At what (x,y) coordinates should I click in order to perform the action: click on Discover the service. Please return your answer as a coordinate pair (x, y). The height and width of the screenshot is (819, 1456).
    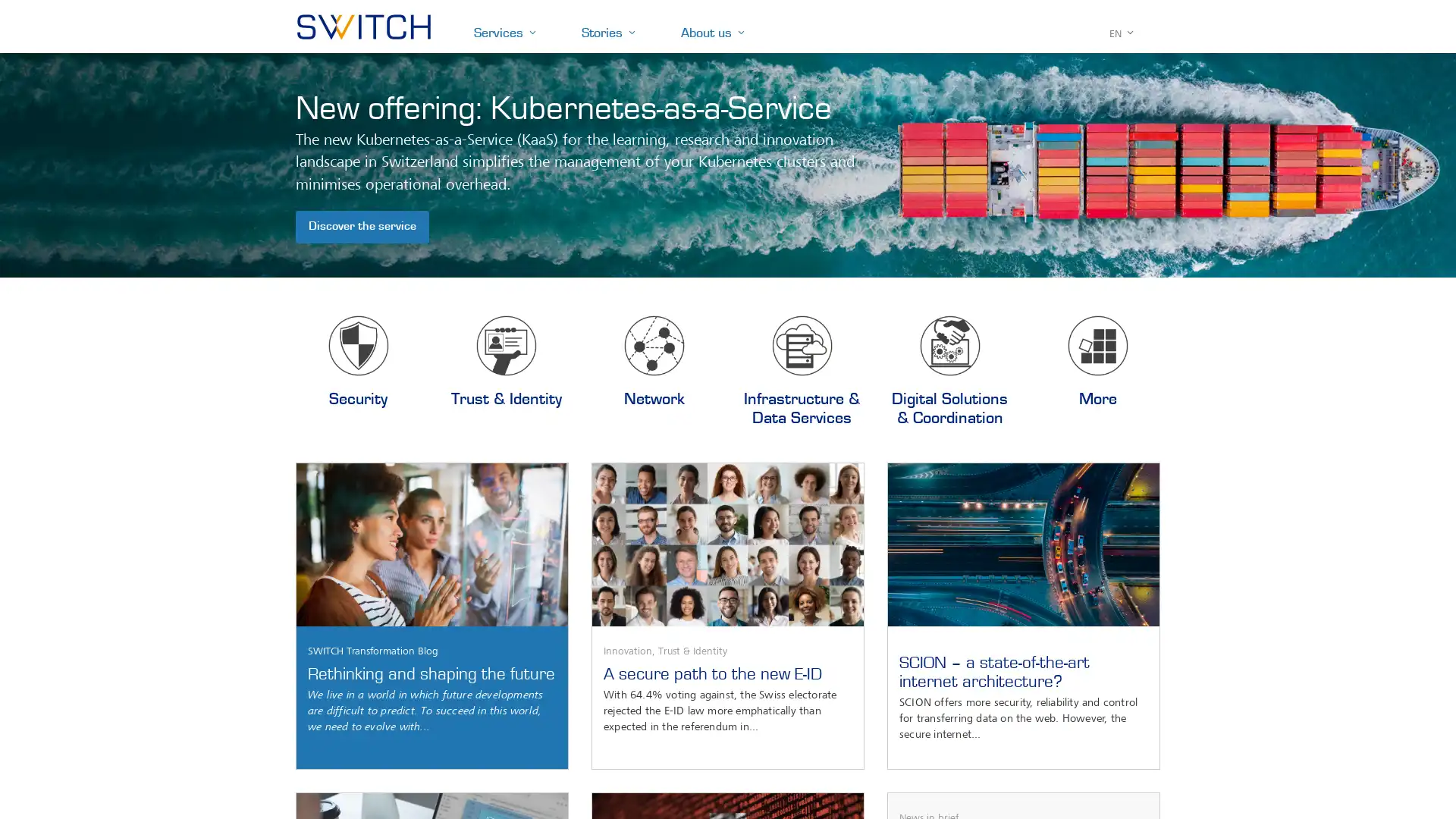
    Looking at the image, I should click on (362, 227).